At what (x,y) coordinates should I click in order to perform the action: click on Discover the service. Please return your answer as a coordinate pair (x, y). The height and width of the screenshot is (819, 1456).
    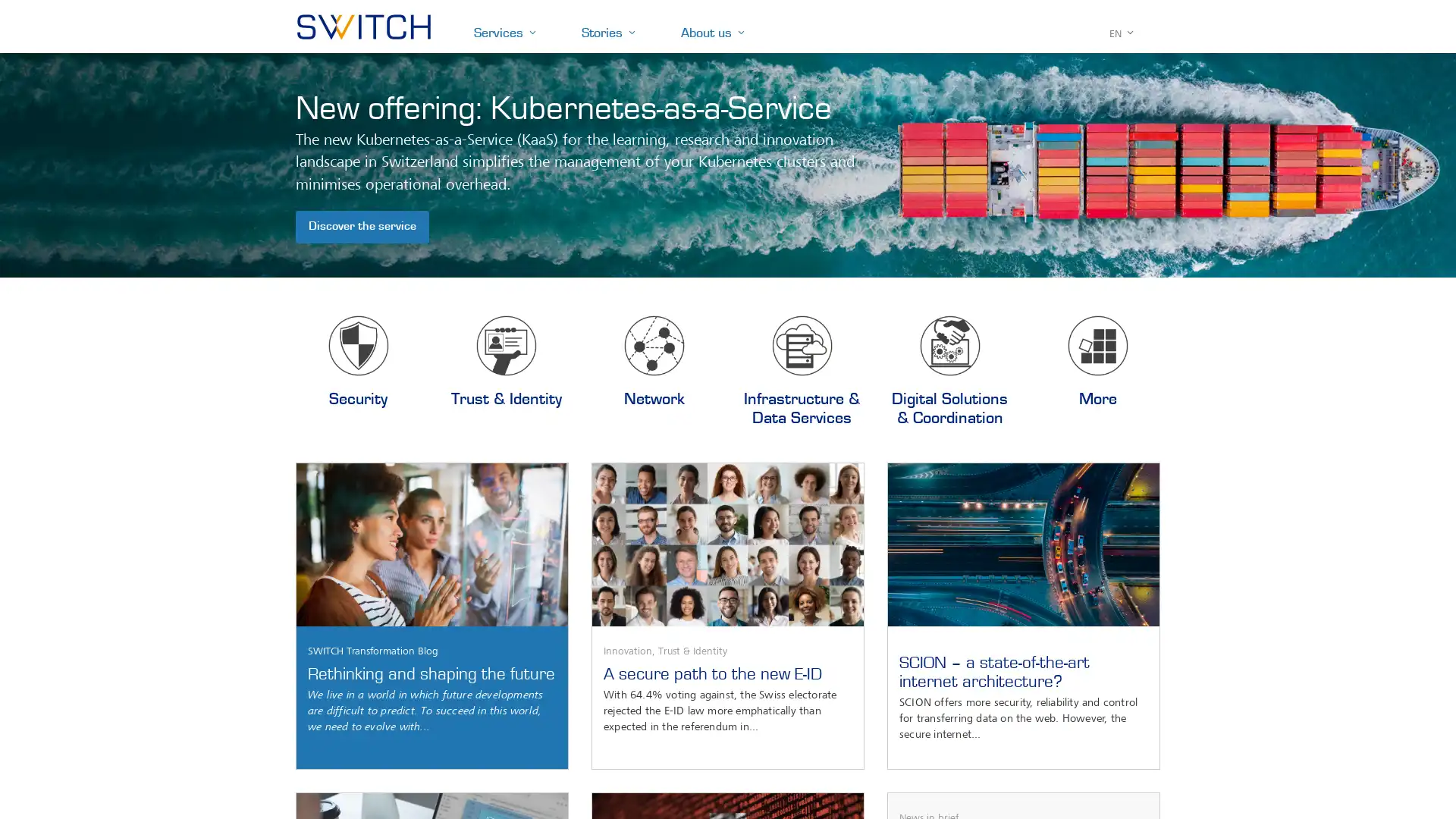
    Looking at the image, I should click on (362, 227).